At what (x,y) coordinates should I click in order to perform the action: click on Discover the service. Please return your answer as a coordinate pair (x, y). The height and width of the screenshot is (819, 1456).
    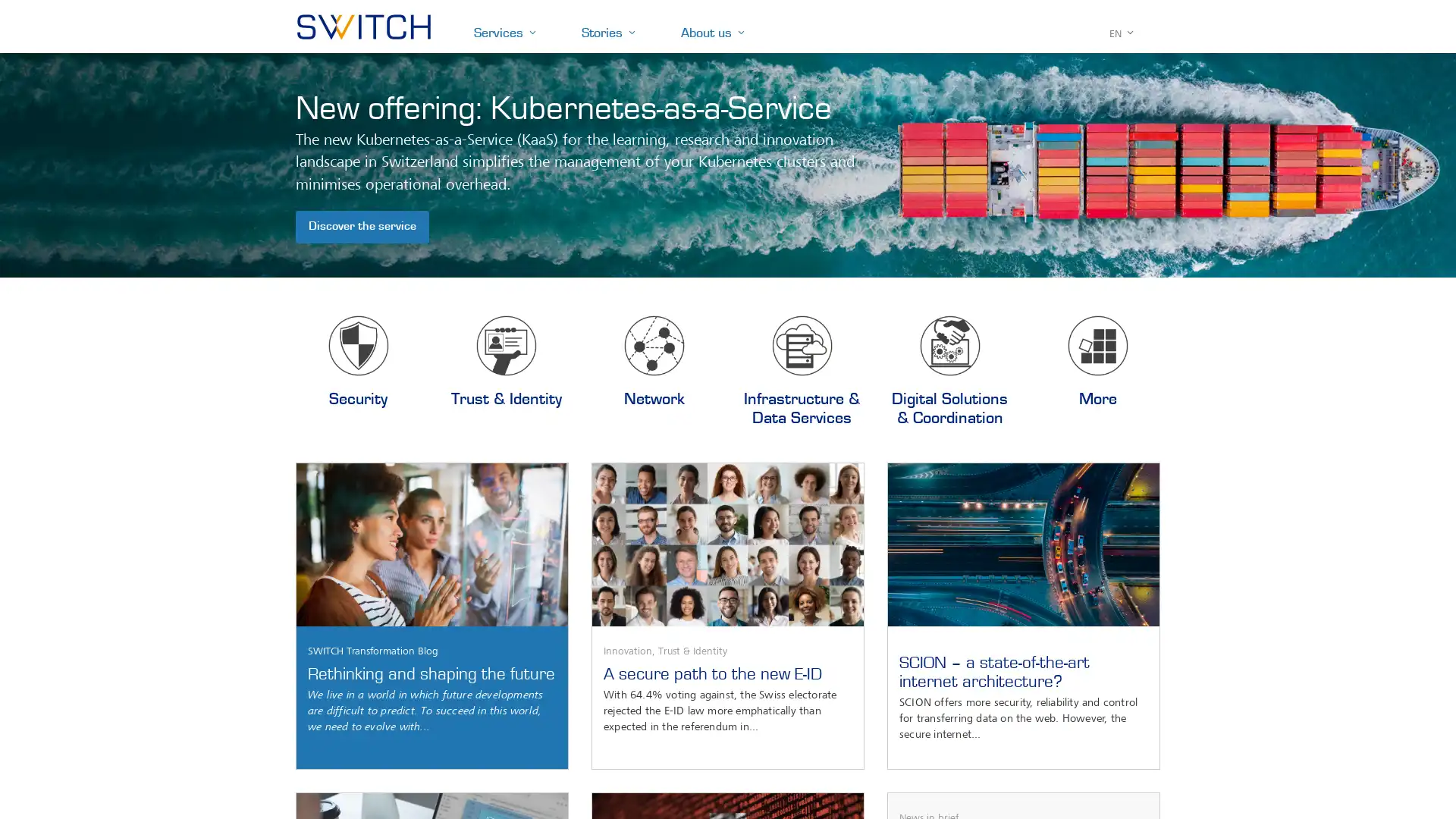
    Looking at the image, I should click on (362, 227).